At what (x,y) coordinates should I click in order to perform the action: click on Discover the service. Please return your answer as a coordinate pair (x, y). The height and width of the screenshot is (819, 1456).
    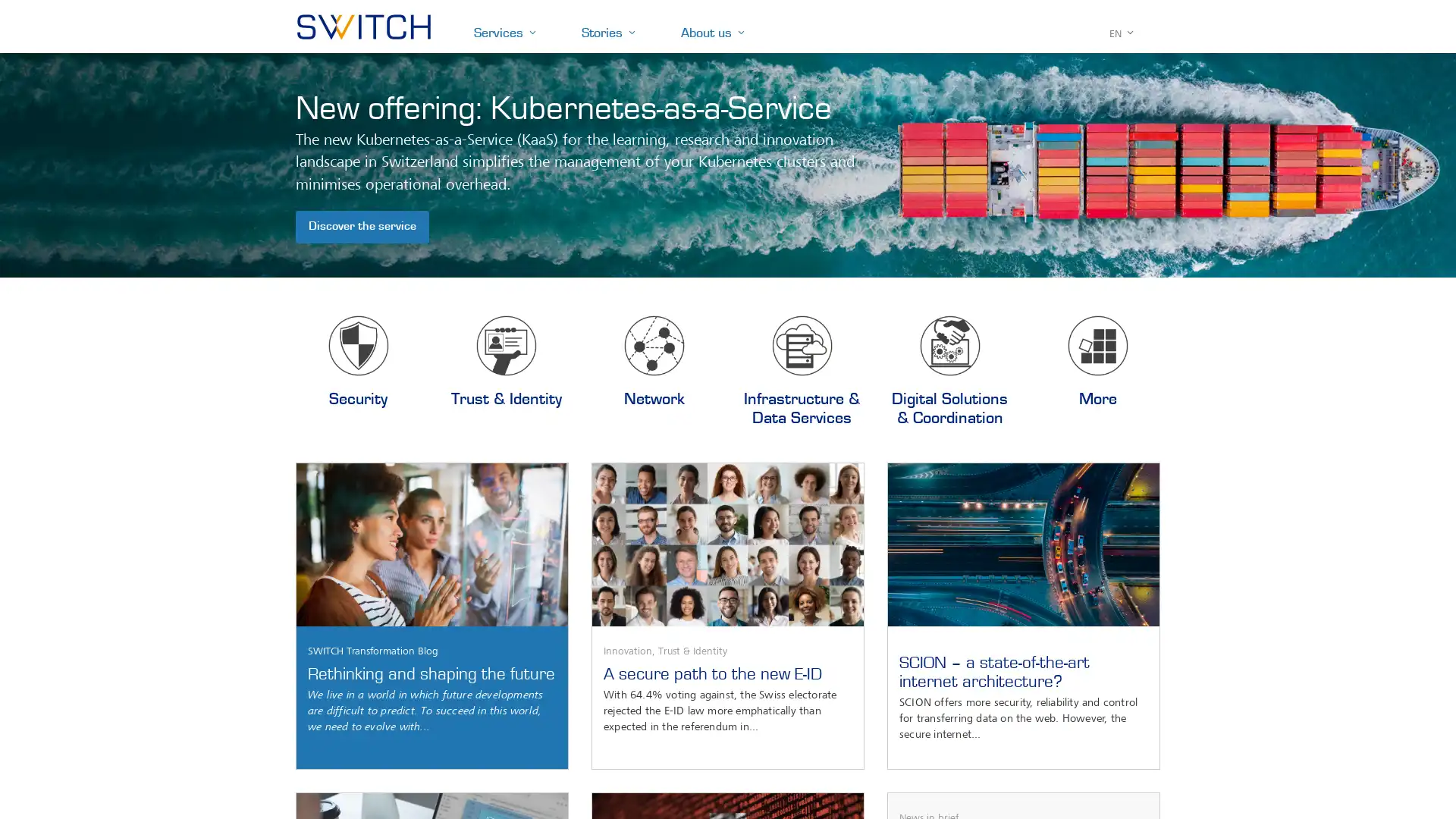
    Looking at the image, I should click on (362, 227).